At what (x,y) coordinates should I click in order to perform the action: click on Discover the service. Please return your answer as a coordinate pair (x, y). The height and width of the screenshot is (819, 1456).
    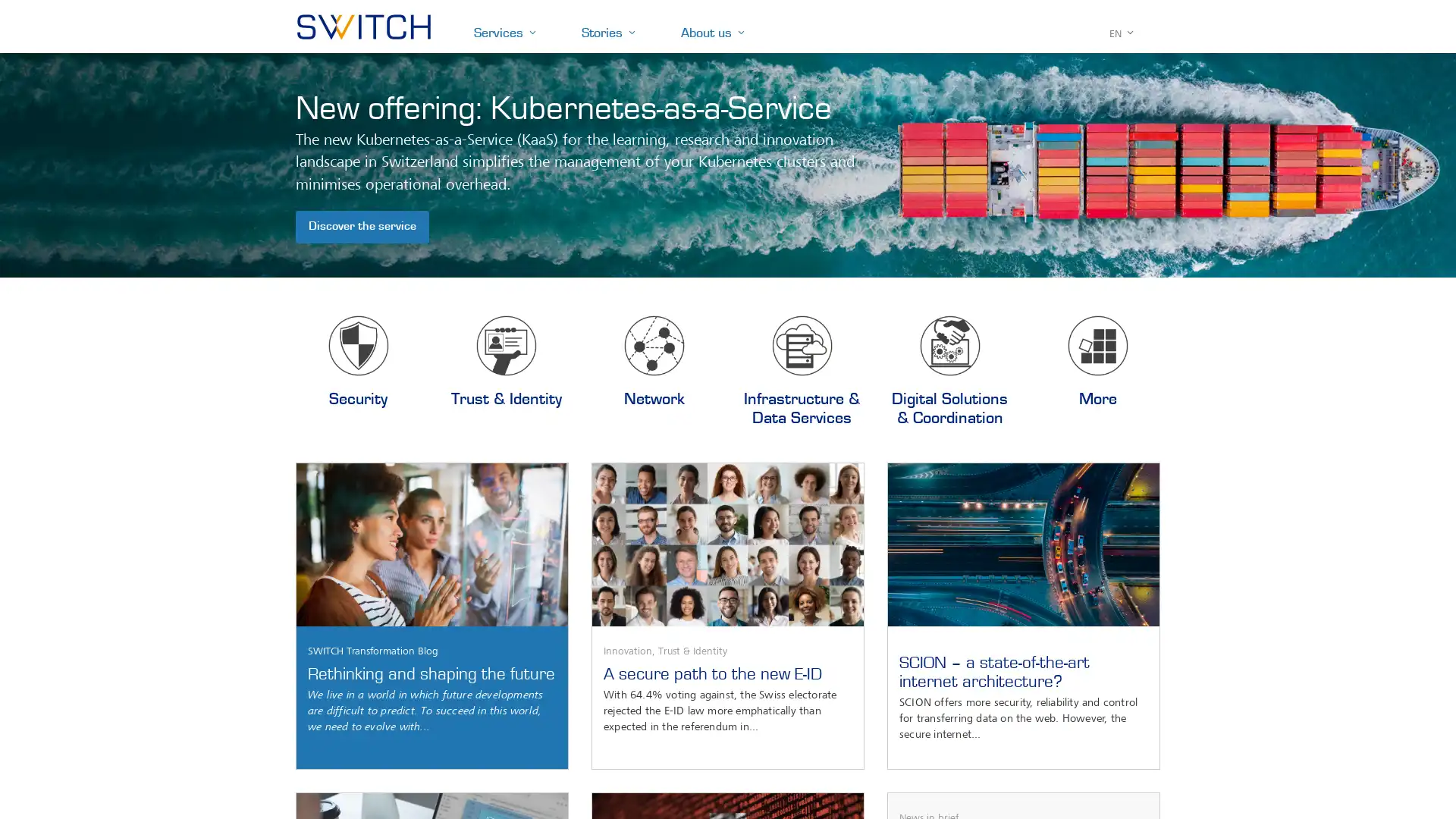
    Looking at the image, I should click on (362, 227).